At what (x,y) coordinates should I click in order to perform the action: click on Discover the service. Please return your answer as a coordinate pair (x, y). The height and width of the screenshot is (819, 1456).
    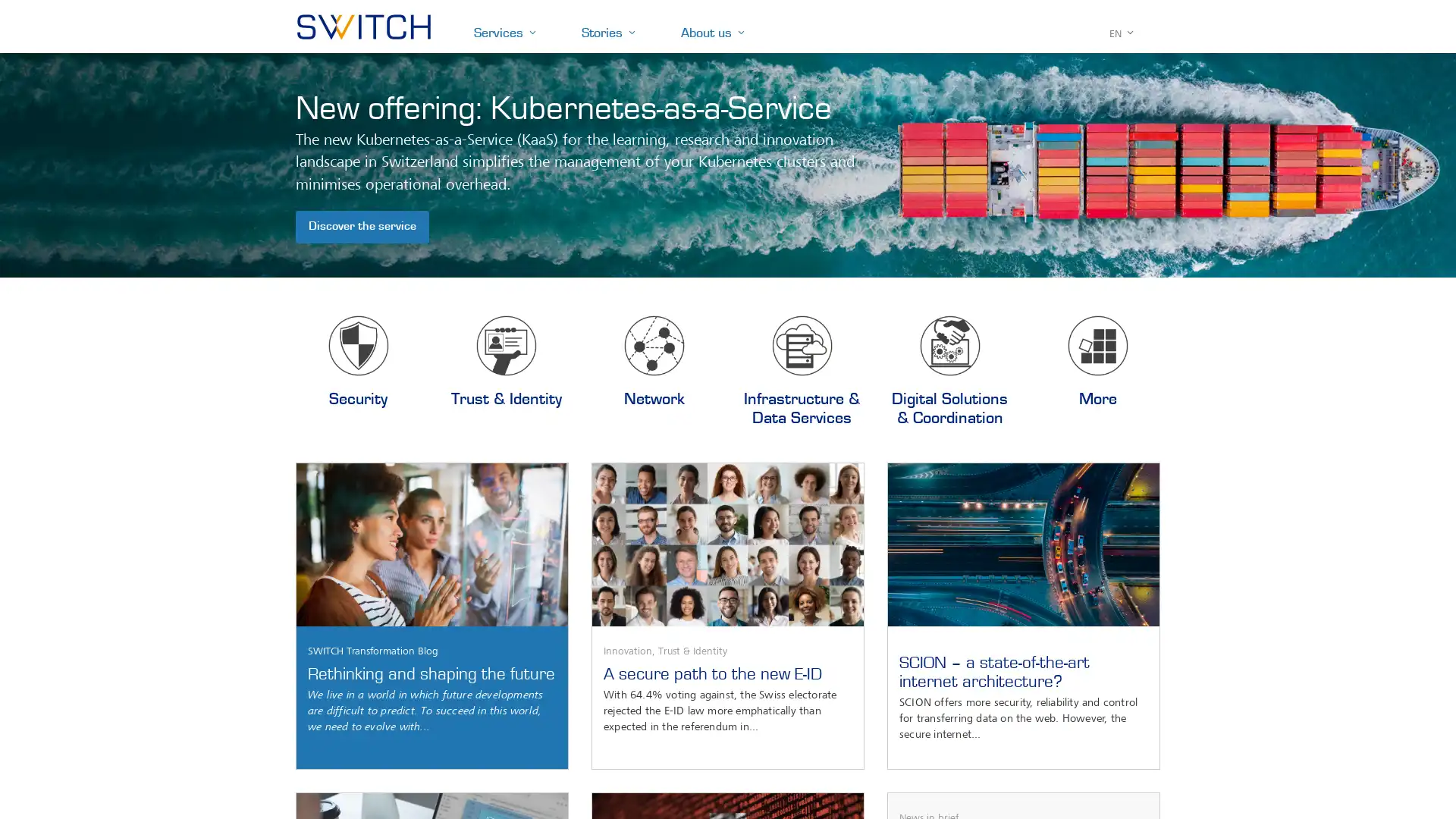
    Looking at the image, I should click on (362, 227).